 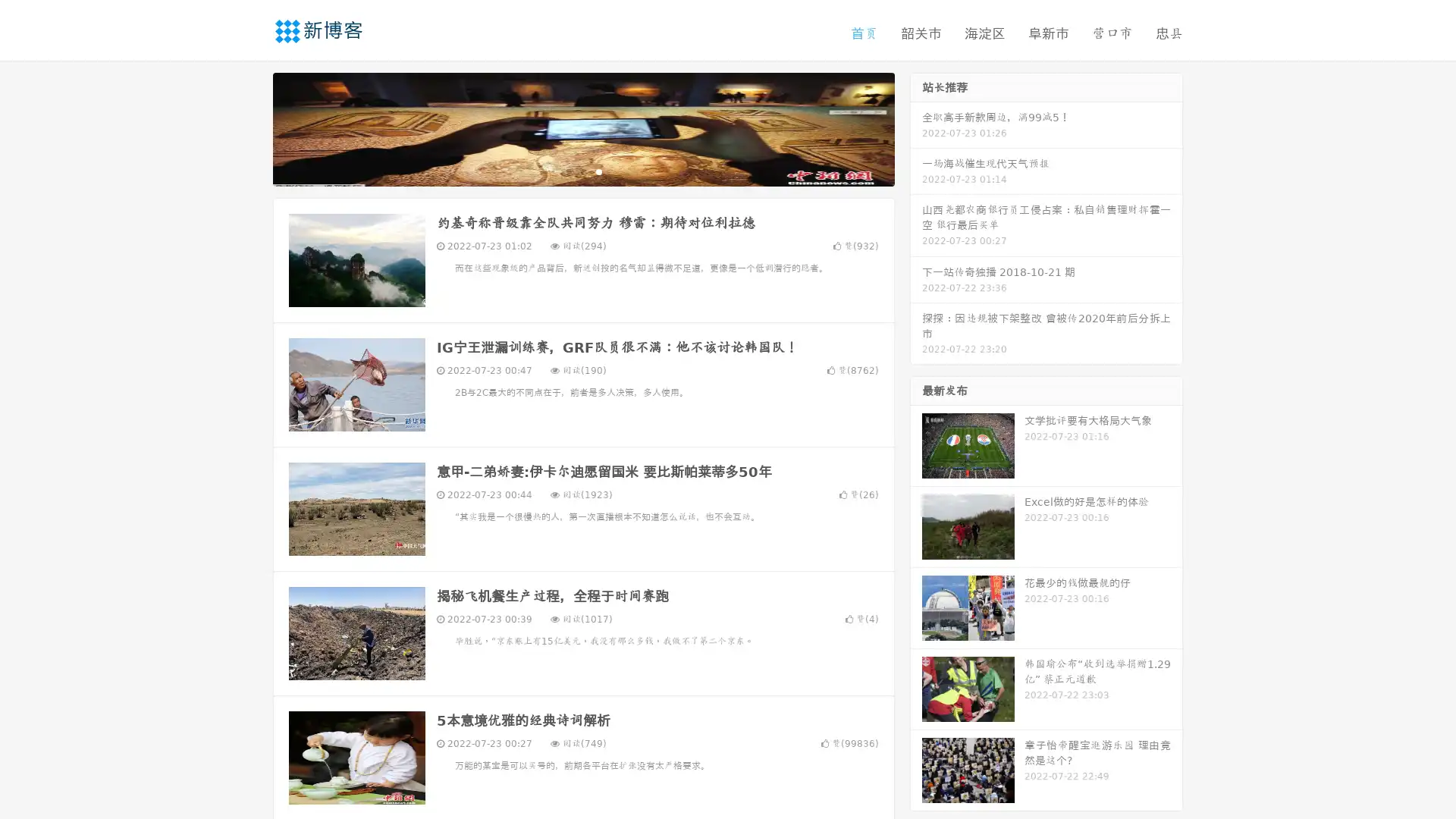 I want to click on Go to slide 2, so click(x=582, y=171).